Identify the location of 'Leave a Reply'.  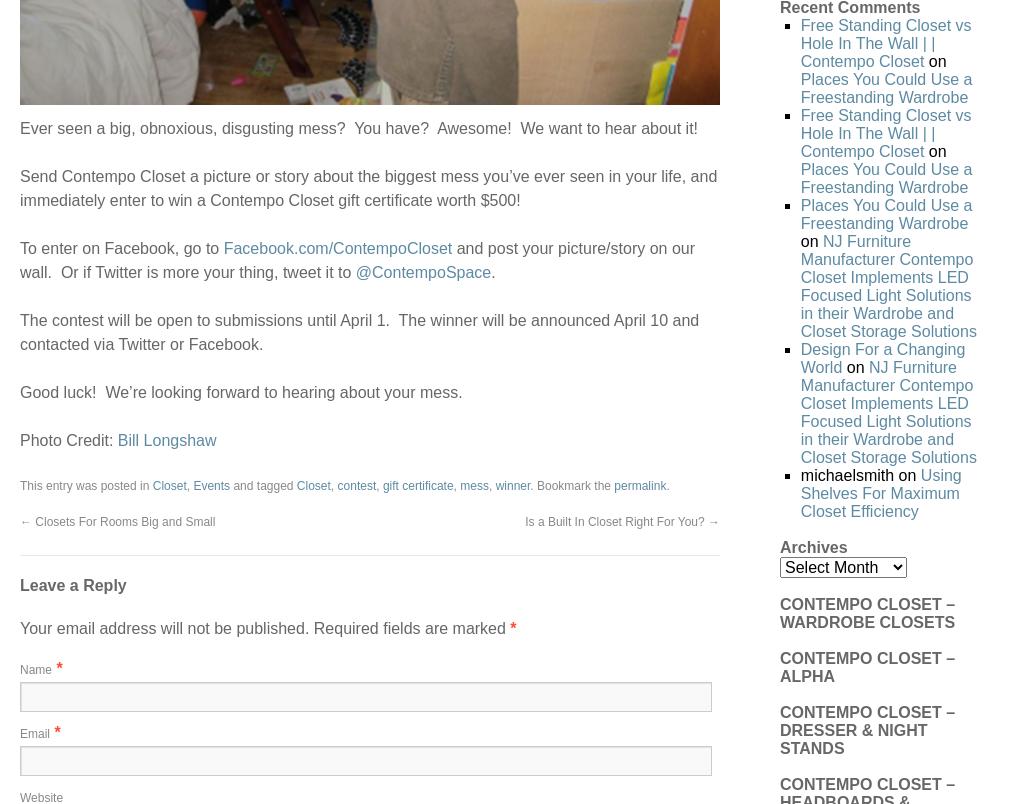
(73, 583).